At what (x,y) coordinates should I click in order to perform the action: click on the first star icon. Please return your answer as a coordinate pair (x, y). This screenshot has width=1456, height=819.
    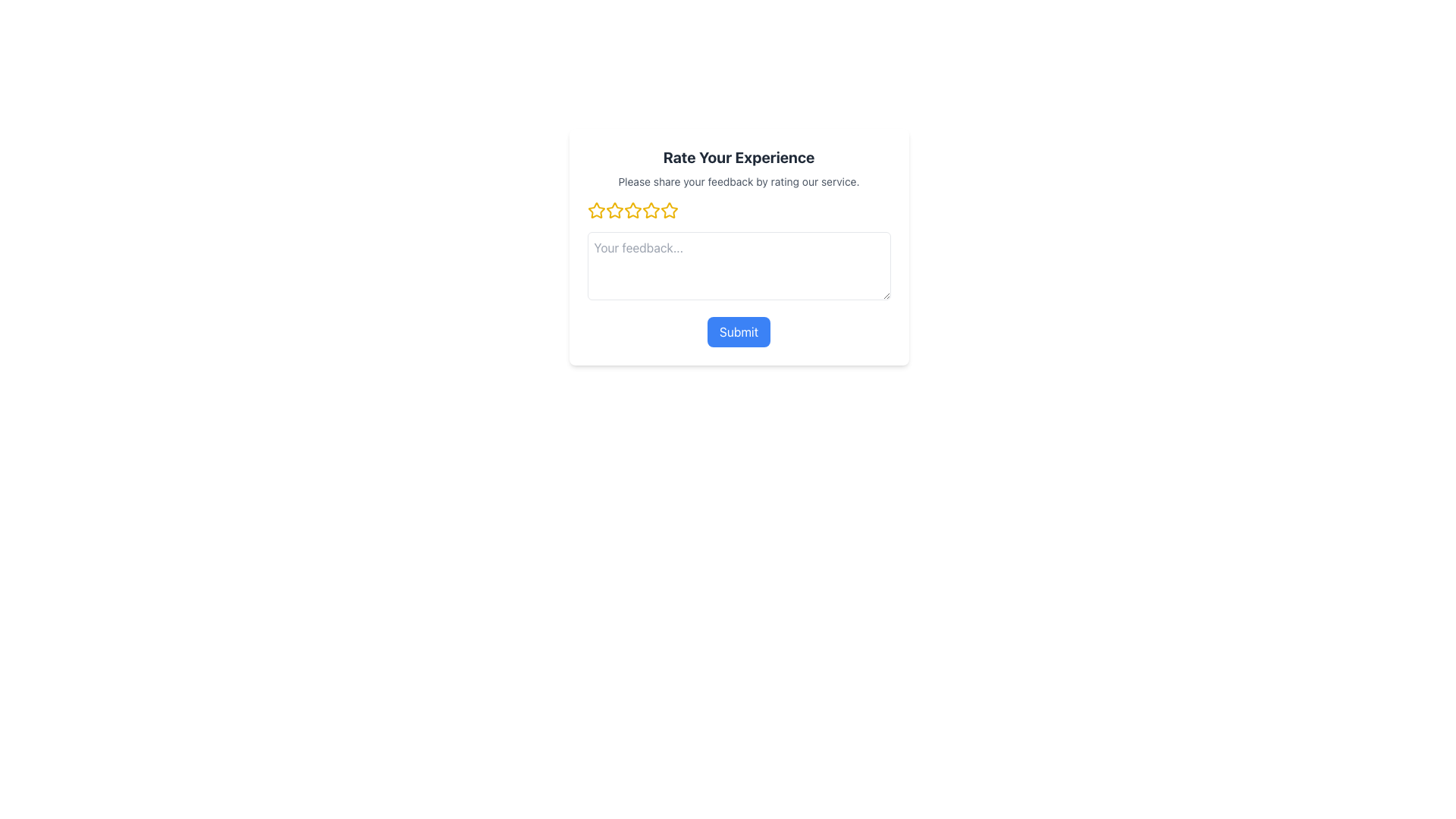
    Looking at the image, I should click on (595, 210).